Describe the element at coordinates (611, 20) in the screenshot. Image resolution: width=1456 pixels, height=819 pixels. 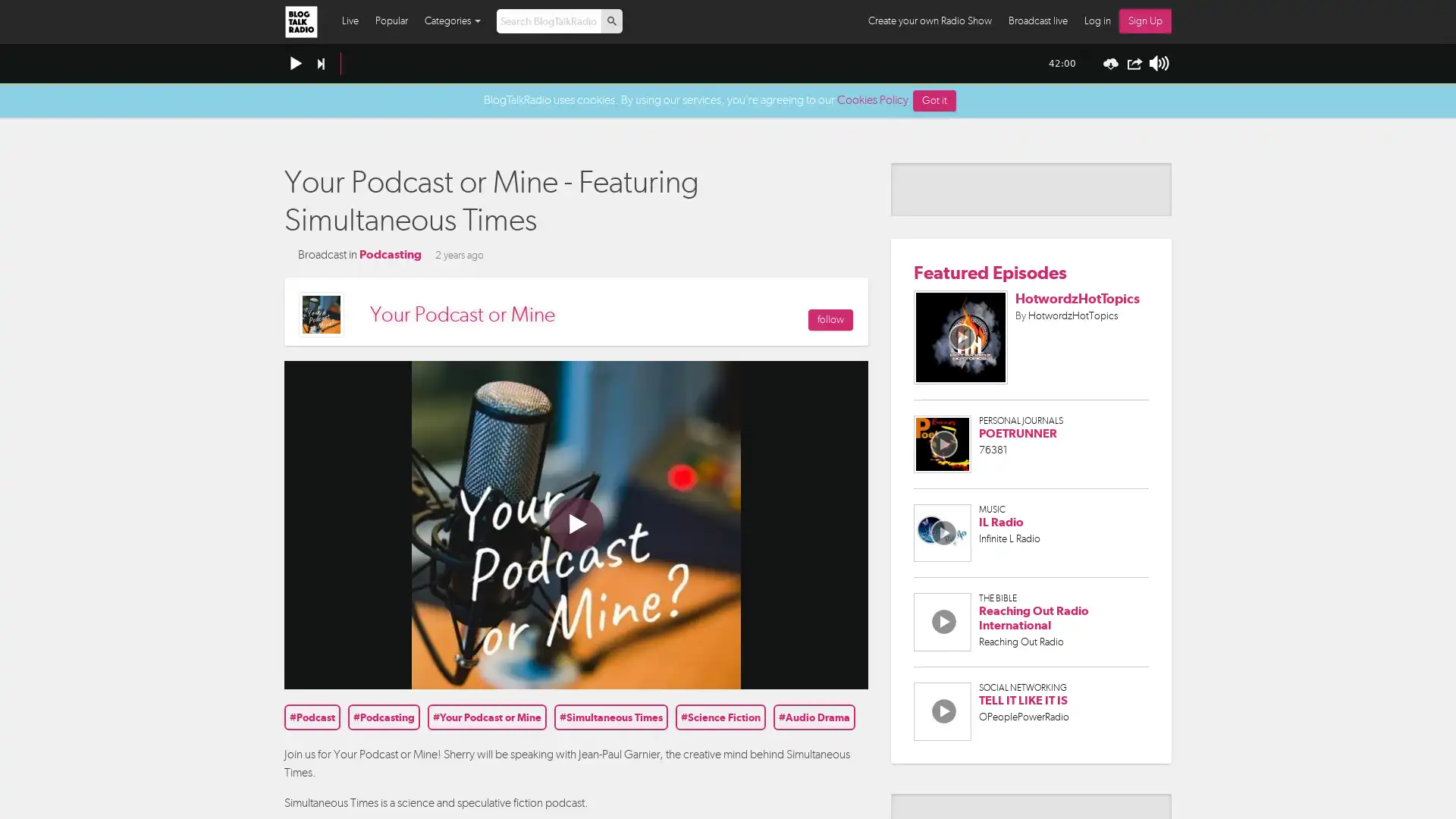
I see `p` at that location.